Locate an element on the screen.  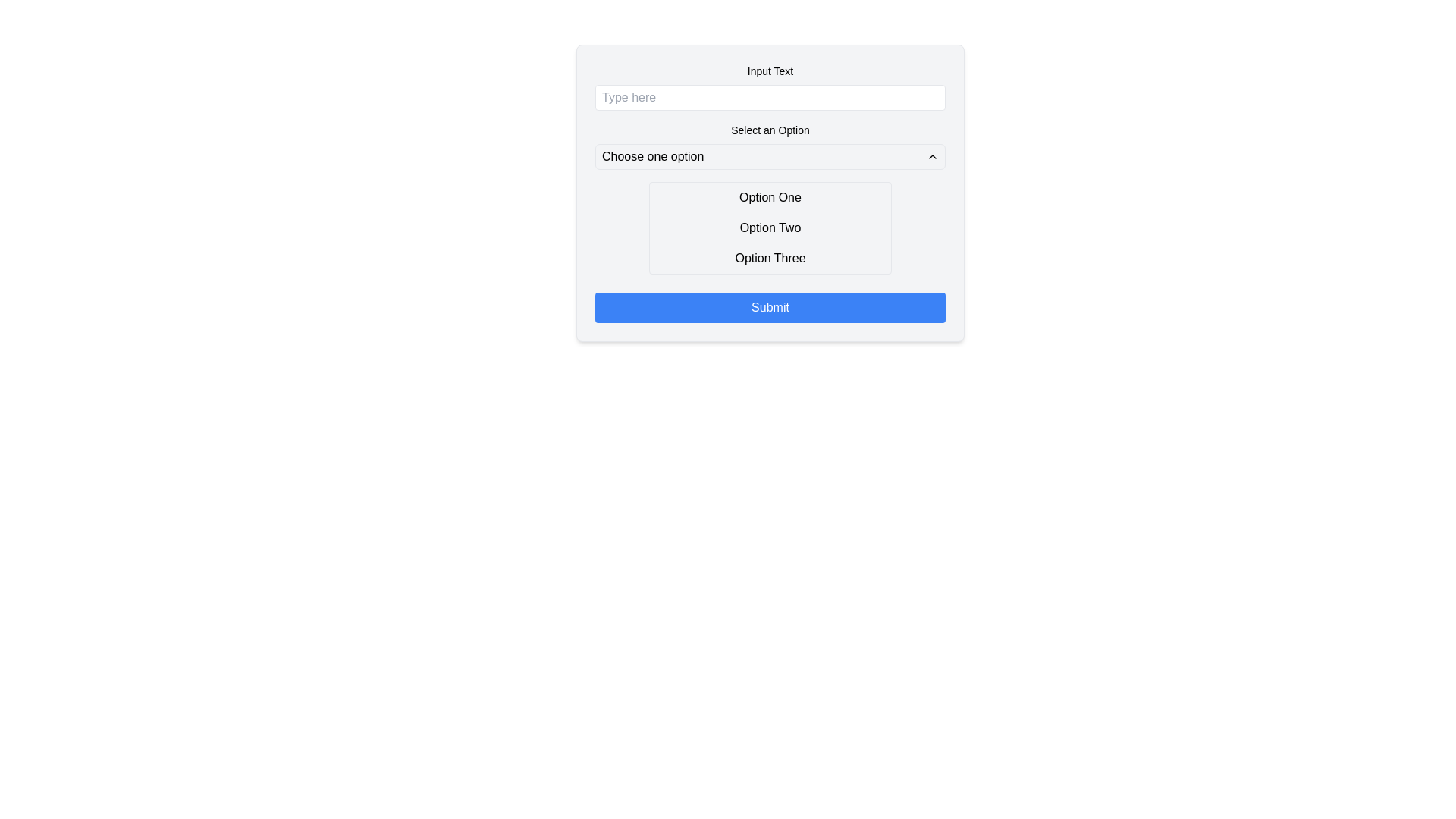
the Chevron-Up icon located to the far right of the bordered box labeled 'Choose one option' to expand the dropdown menu is located at coordinates (931, 157).